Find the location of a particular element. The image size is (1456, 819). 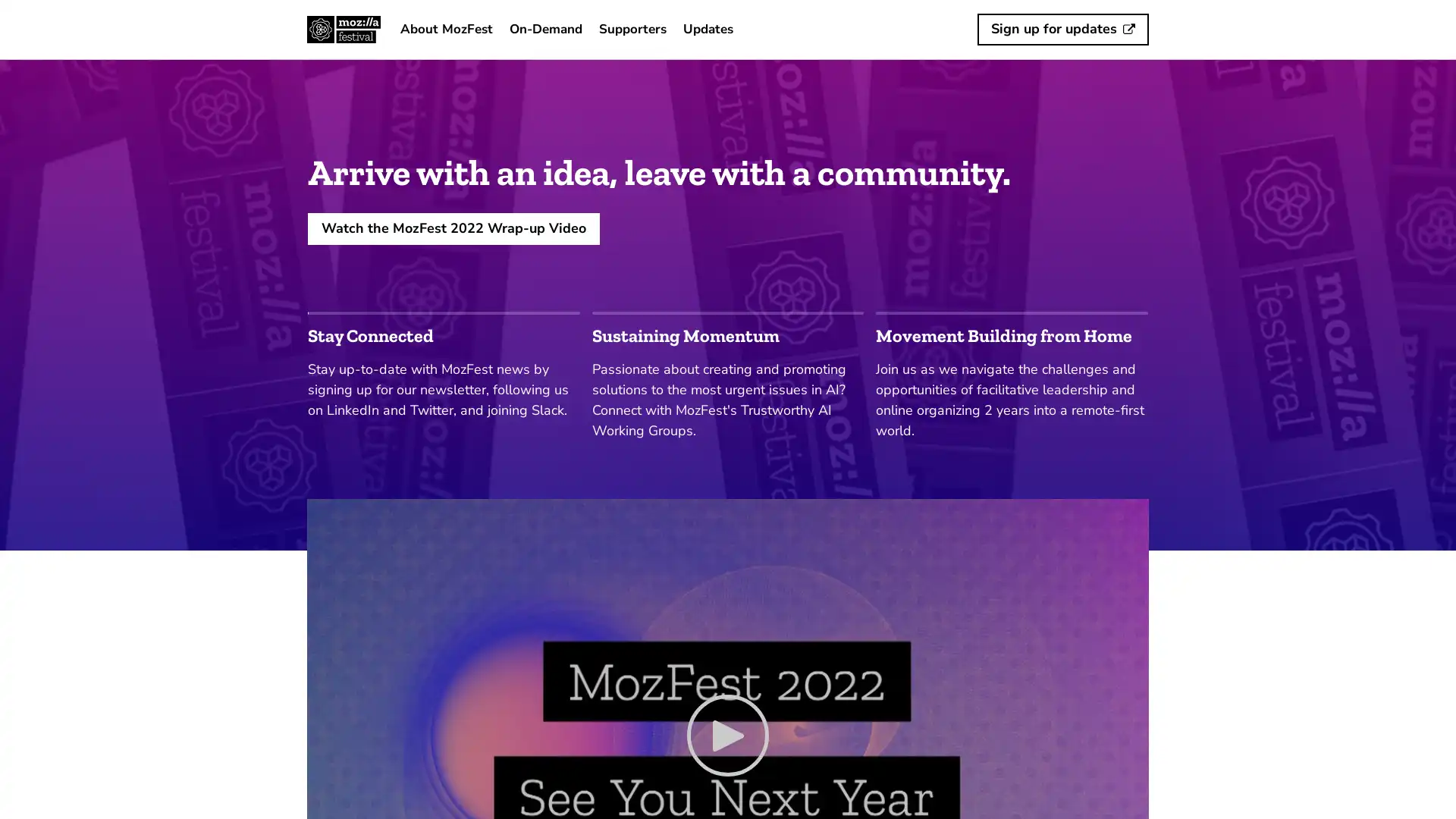

Watch the MozFest 2022 Wrap-up Video is located at coordinates (453, 227).